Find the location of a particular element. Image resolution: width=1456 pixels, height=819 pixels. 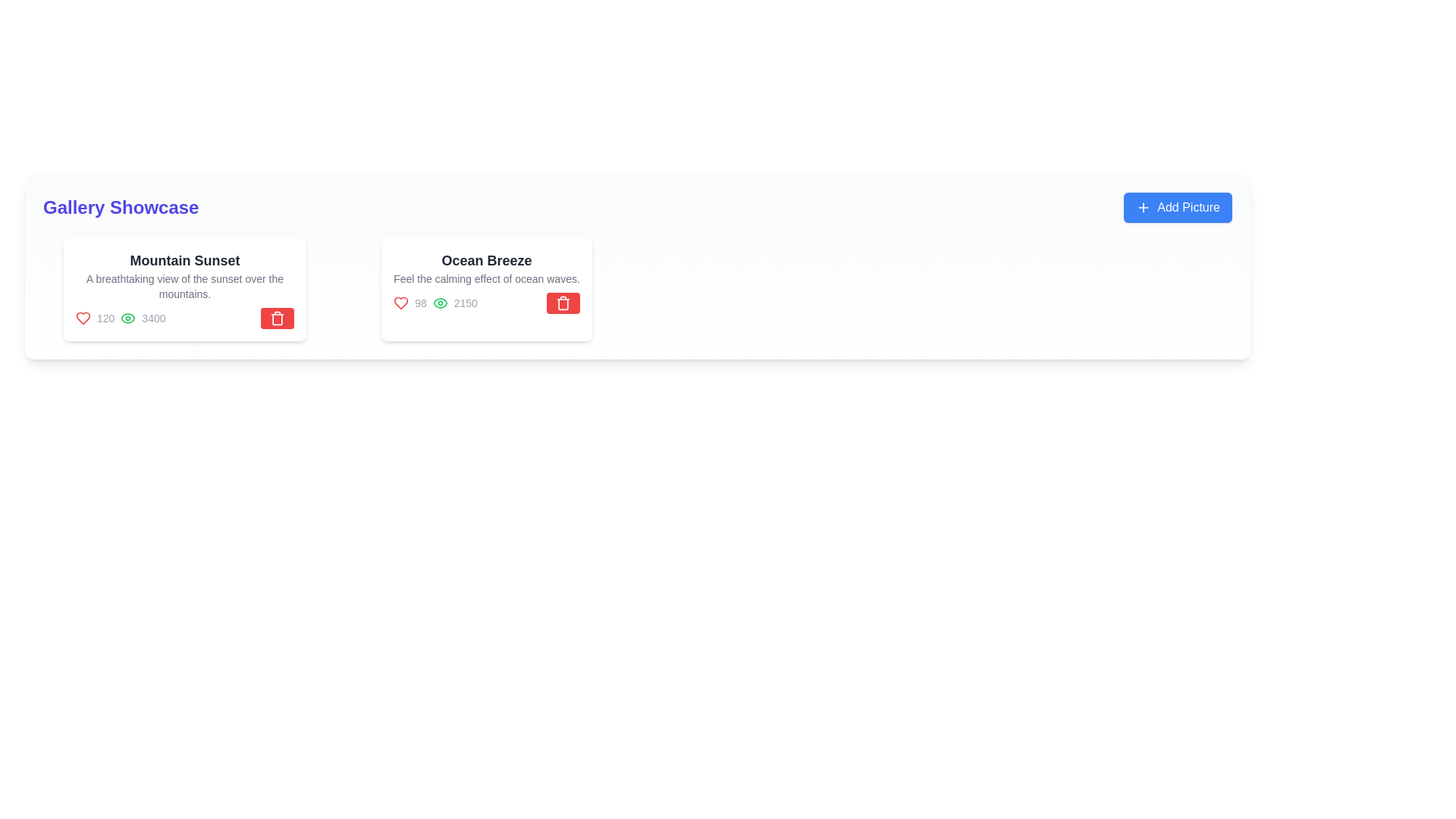

the green stroked eye outline icon located in the top-right area of the 'Ocean Breeze' section on the second card is located at coordinates (439, 303).